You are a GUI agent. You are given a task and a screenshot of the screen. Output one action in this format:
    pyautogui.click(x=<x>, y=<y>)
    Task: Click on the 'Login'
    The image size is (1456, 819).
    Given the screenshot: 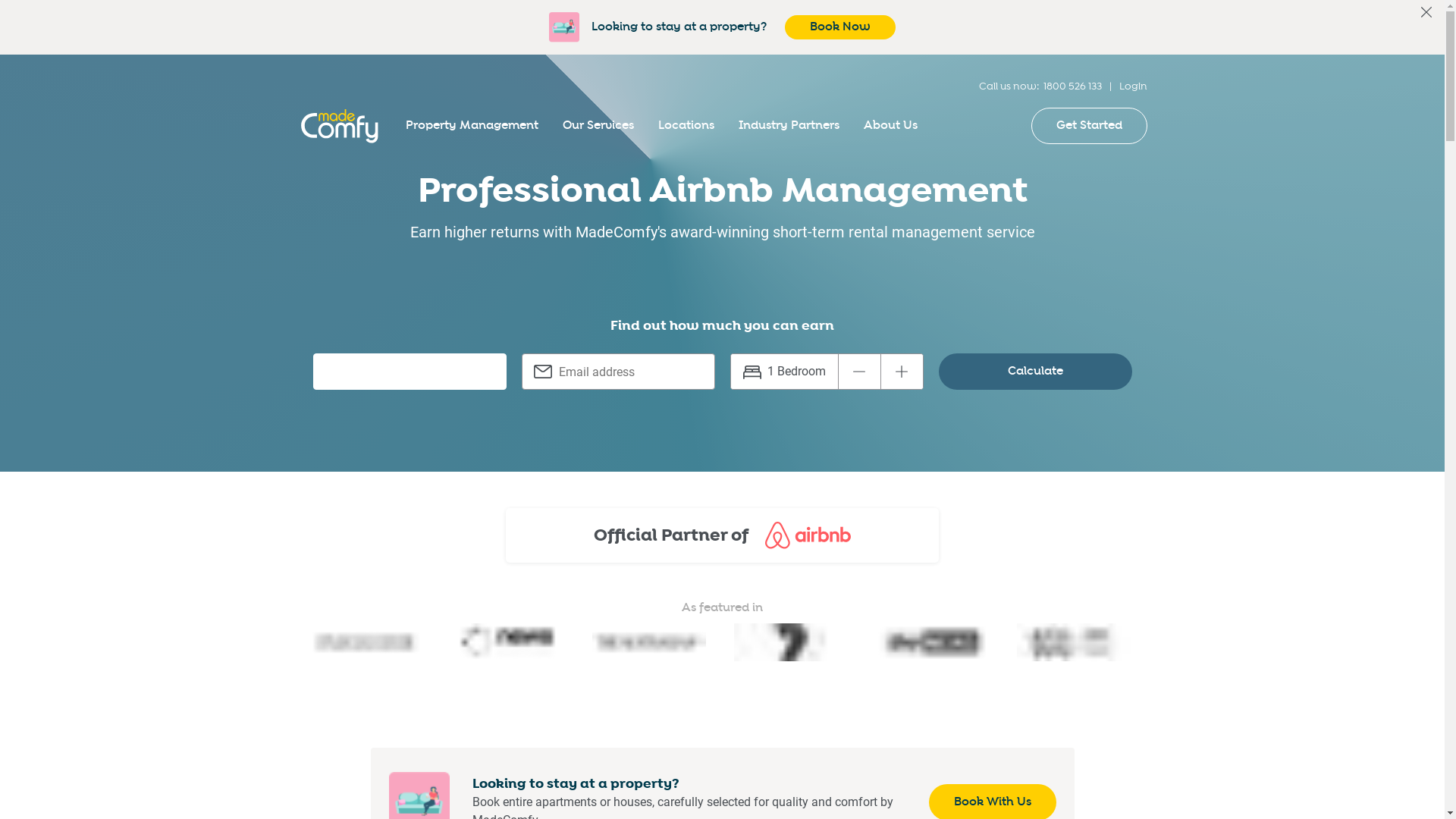 What is the action you would take?
    pyautogui.click(x=1133, y=86)
    